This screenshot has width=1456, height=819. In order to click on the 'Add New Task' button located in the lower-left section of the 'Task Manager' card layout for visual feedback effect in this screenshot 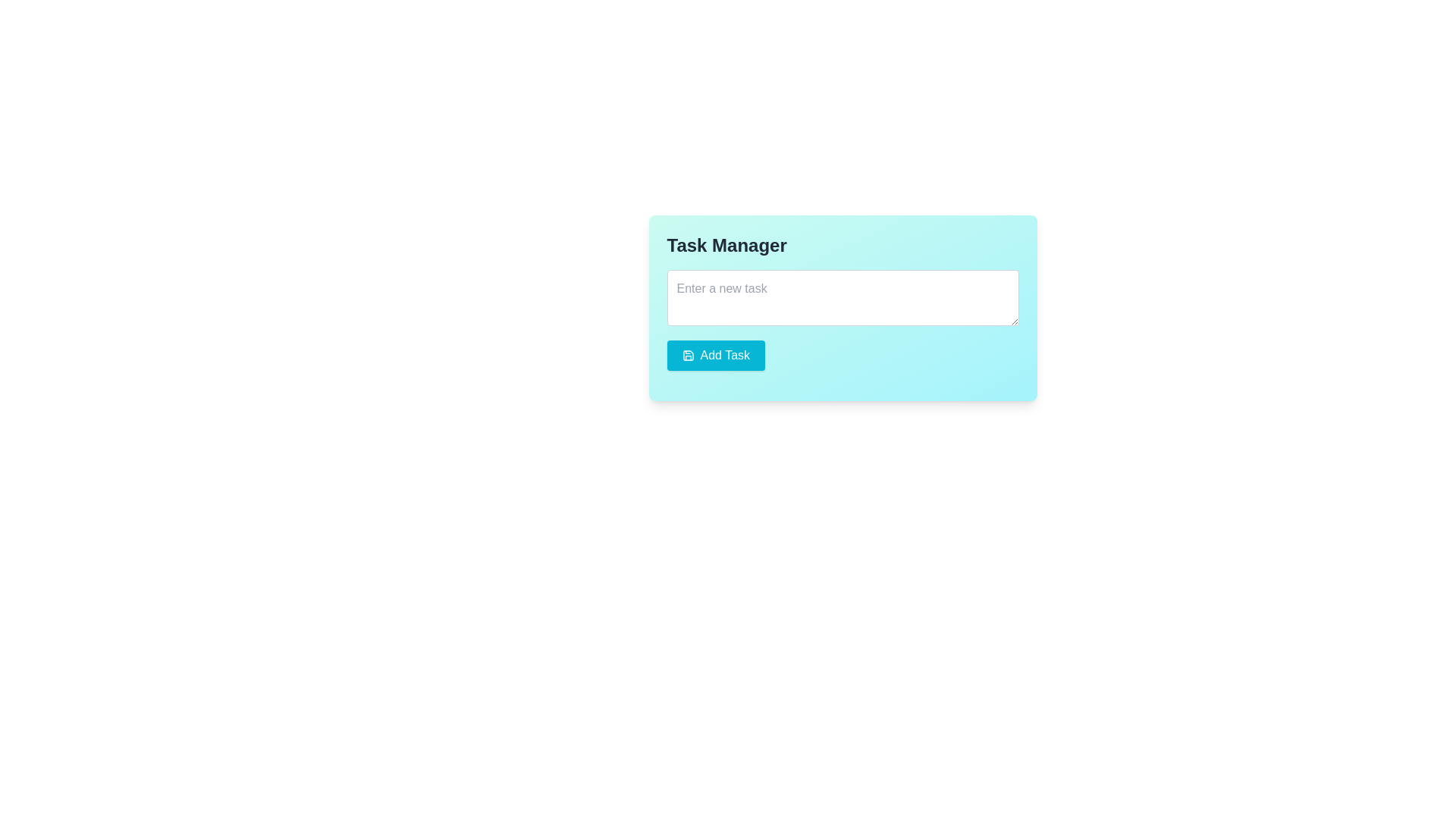, I will do `click(715, 356)`.